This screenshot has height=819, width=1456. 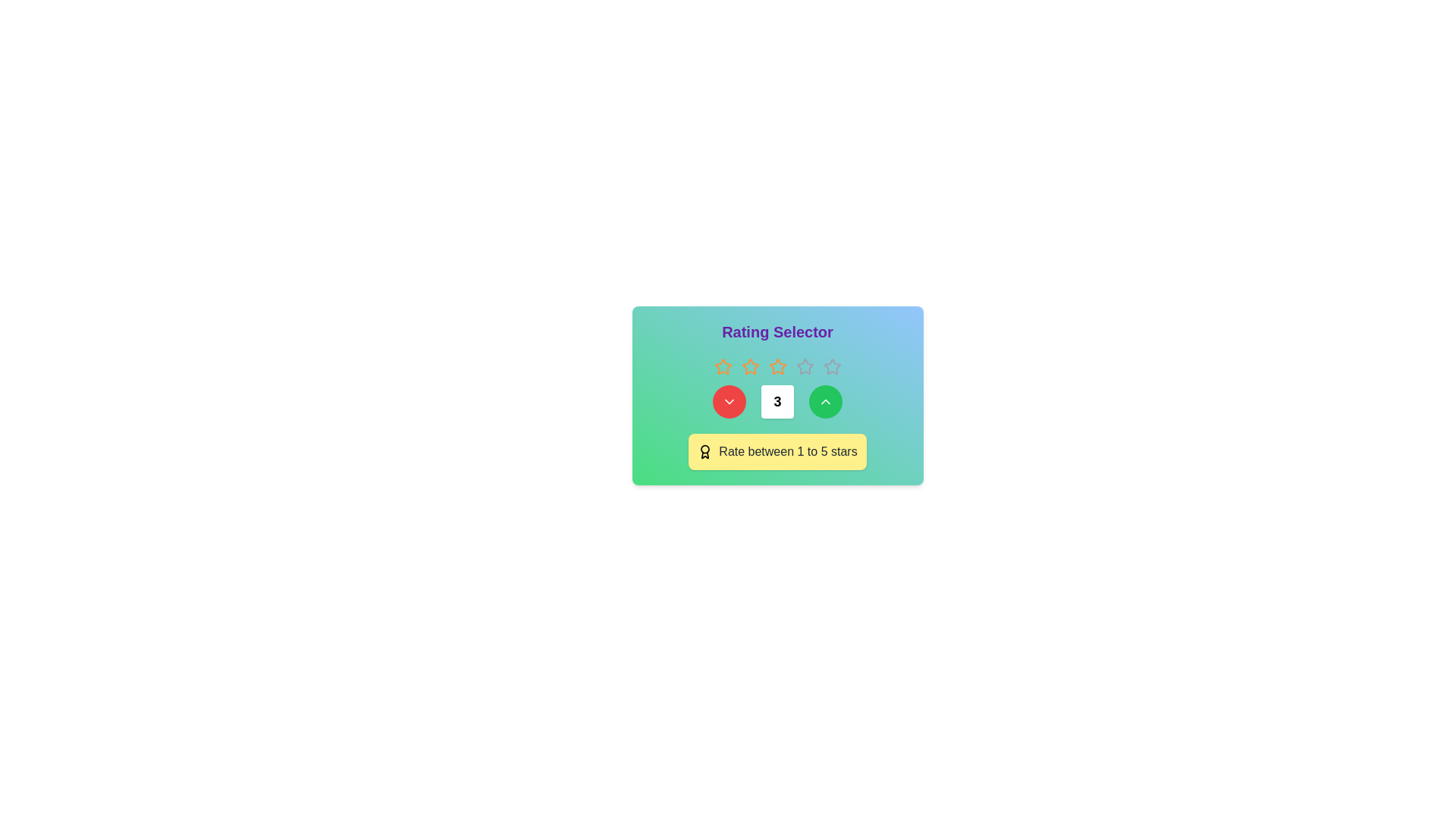 What do you see at coordinates (730, 400) in the screenshot?
I see `the circular red button with a white downward-pointing chevron icon to decrement the value` at bounding box center [730, 400].